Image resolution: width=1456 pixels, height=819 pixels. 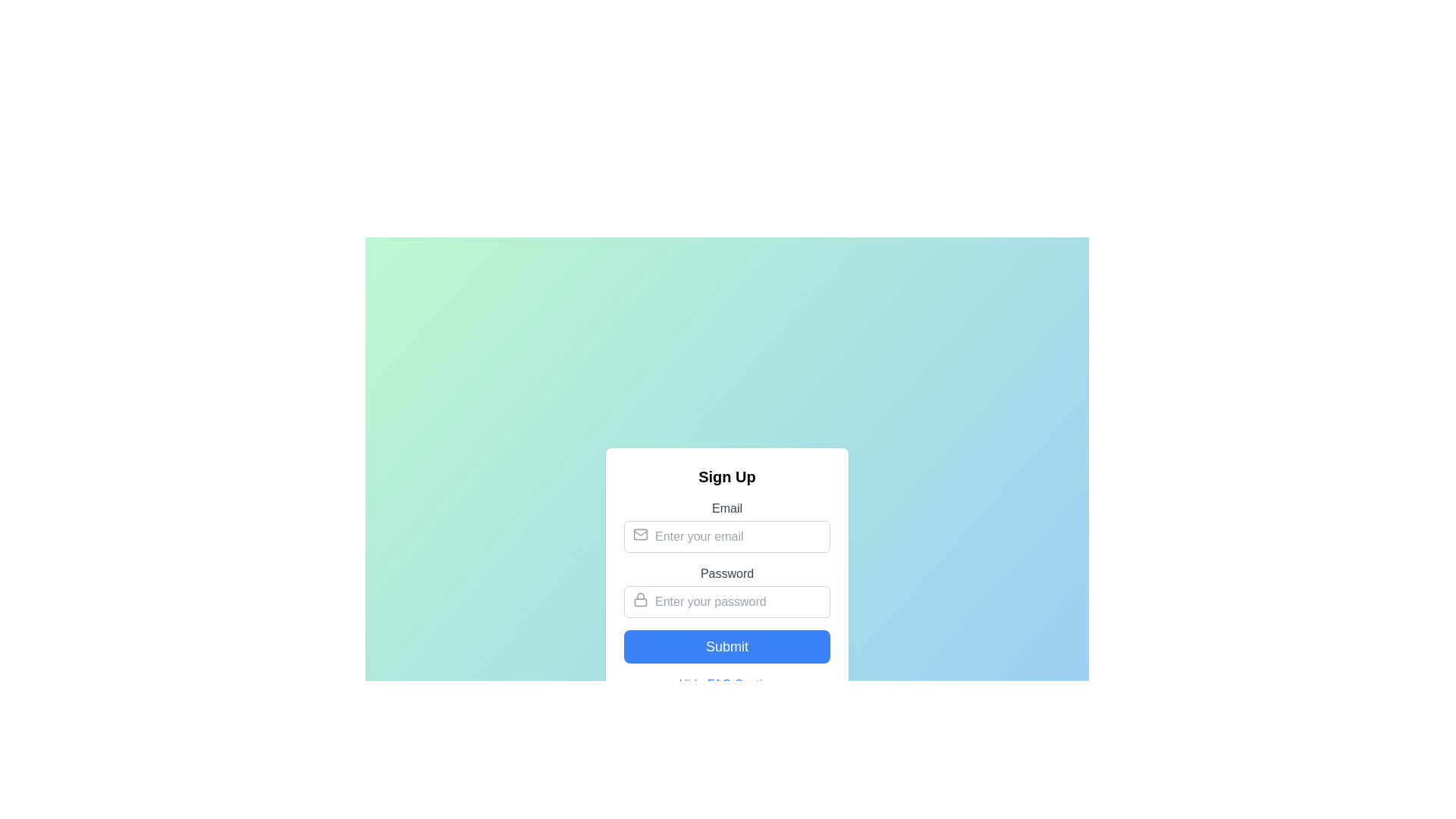 What do you see at coordinates (640, 601) in the screenshot?
I see `the padlock icon graphic element located within the 'Sign Up' form, positioned to the left of the 'Password' text input field` at bounding box center [640, 601].